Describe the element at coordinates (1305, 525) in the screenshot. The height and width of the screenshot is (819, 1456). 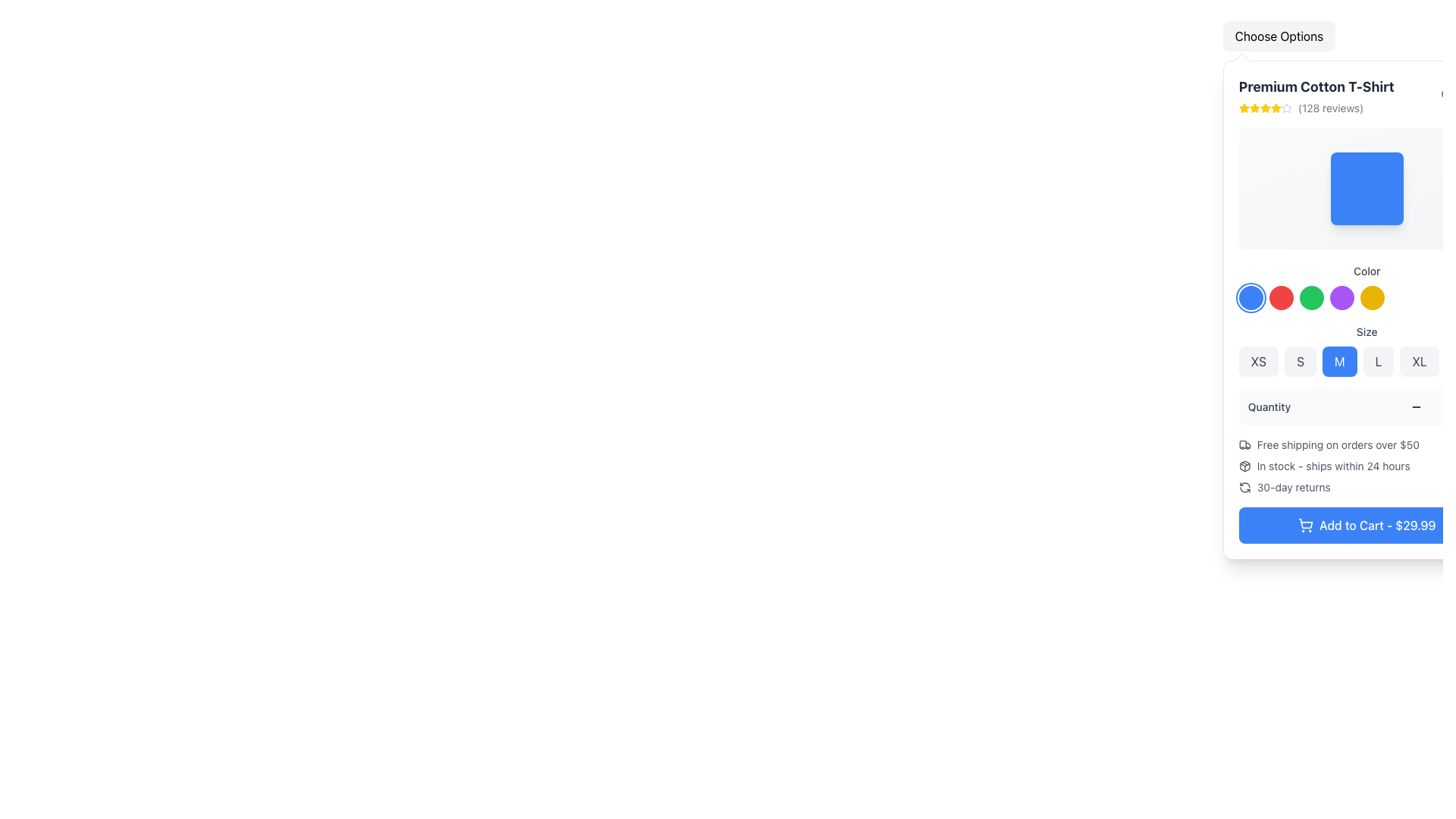
I see `the 'Add to Cart' icon located on the left side of the 'Add to Cart - $29.99' button at the bottom of the product page` at that location.